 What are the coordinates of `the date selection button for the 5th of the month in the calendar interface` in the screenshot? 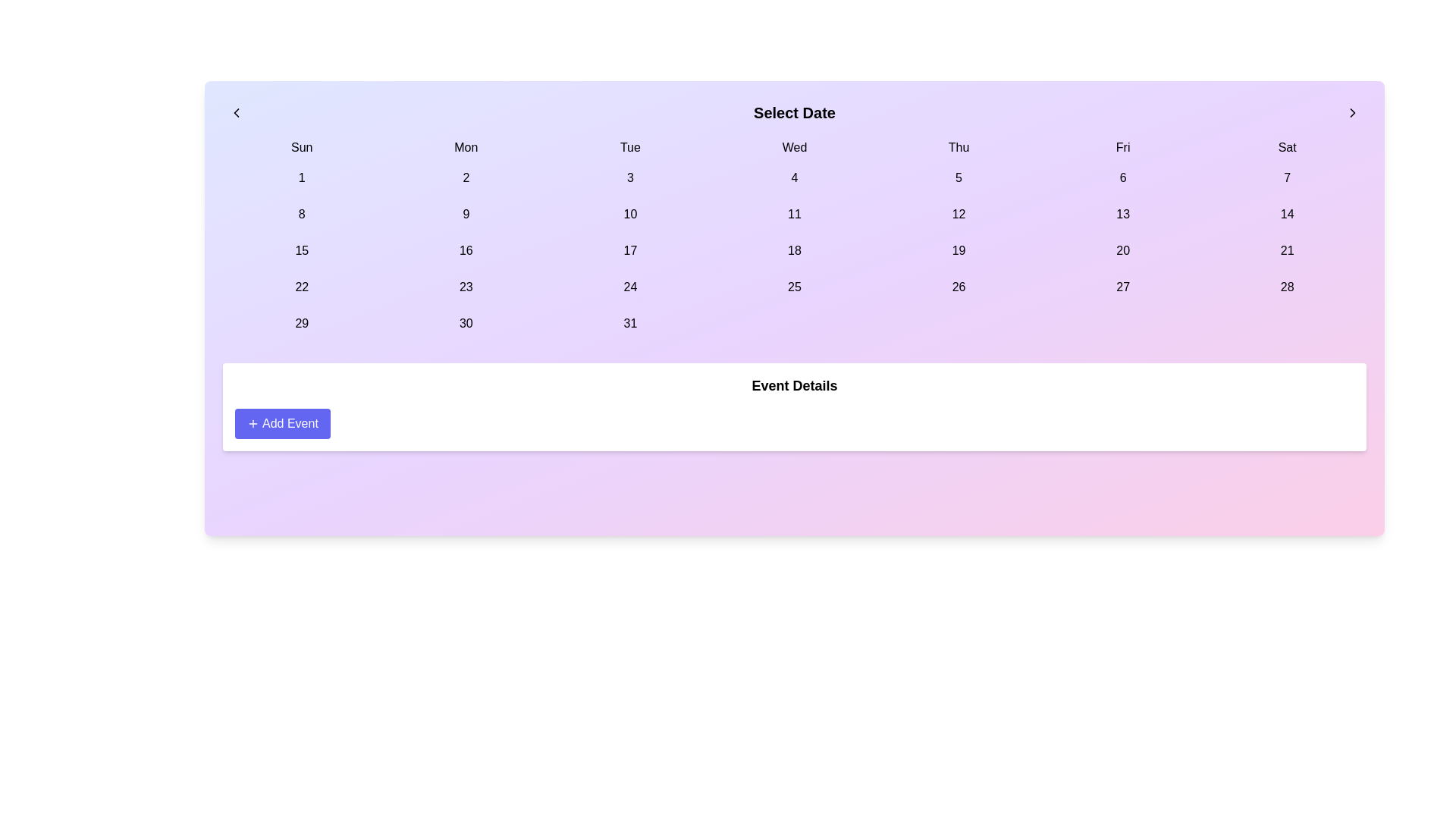 It's located at (958, 177).